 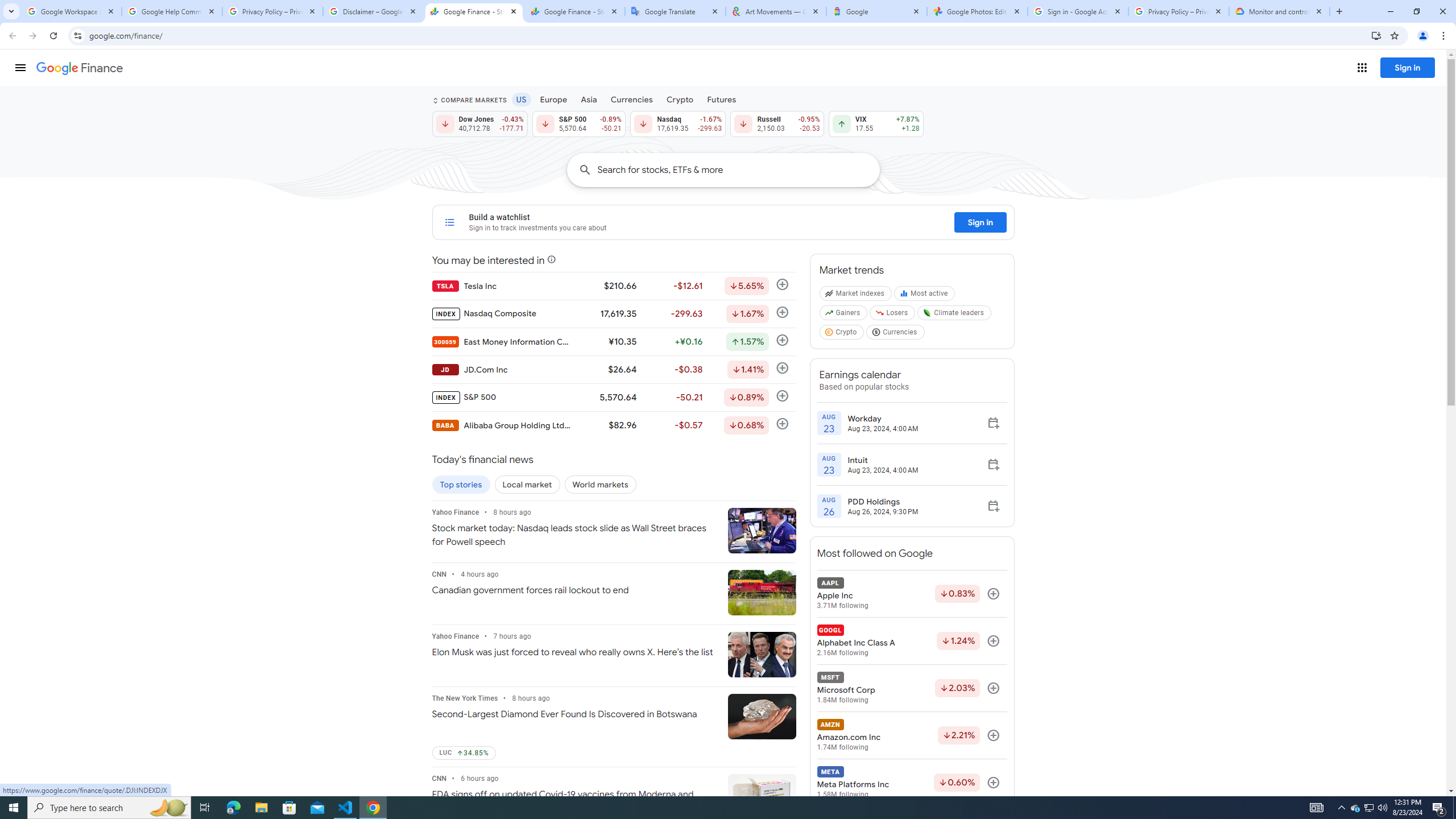 What do you see at coordinates (614, 396) in the screenshot?
I see `'INDEX S&P 500 5,570.64 -50.21 Down by 0.89% Follow'` at bounding box center [614, 396].